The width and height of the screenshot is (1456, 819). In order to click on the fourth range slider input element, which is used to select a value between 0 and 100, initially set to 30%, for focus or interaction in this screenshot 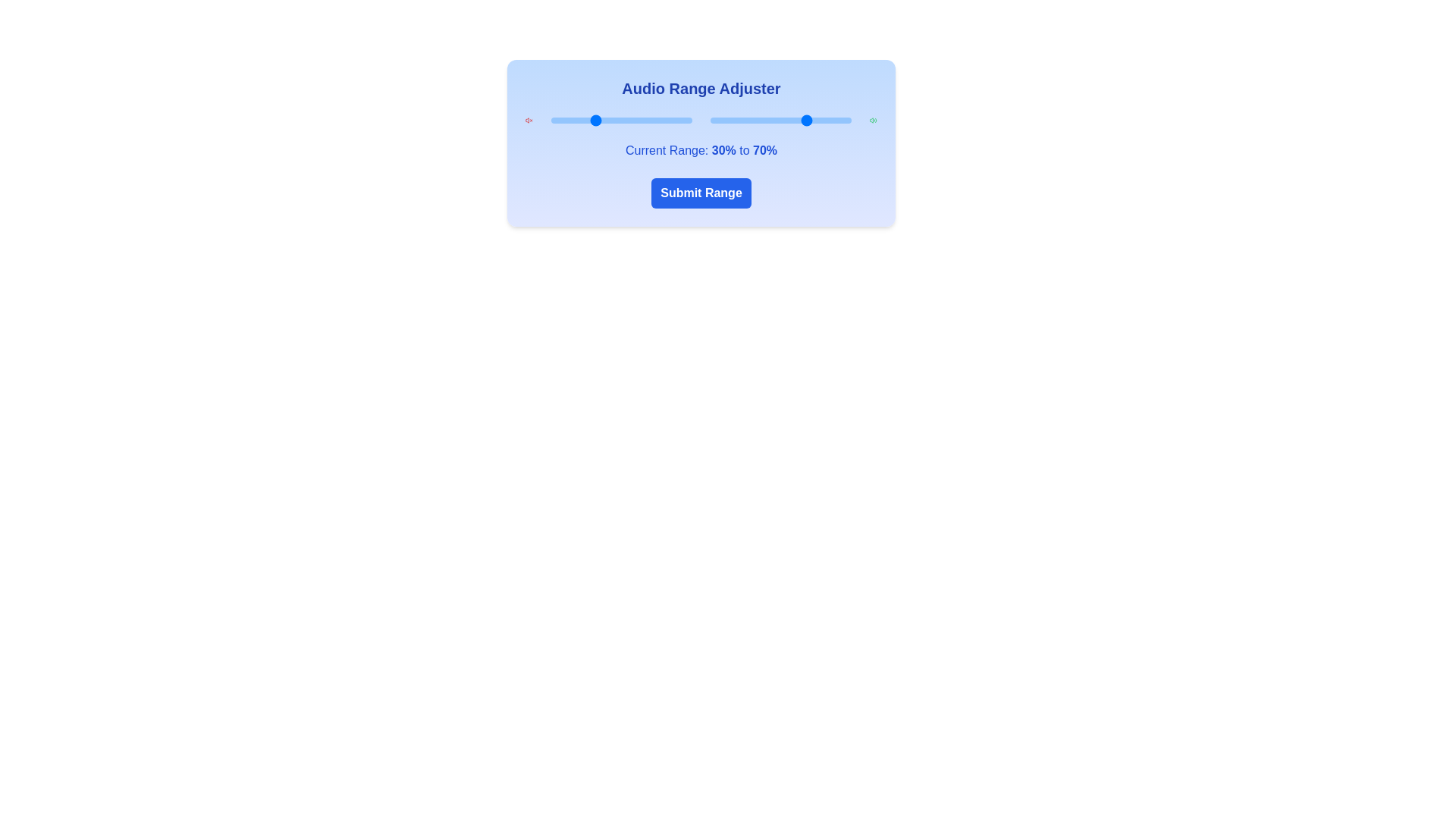, I will do `click(621, 119)`.